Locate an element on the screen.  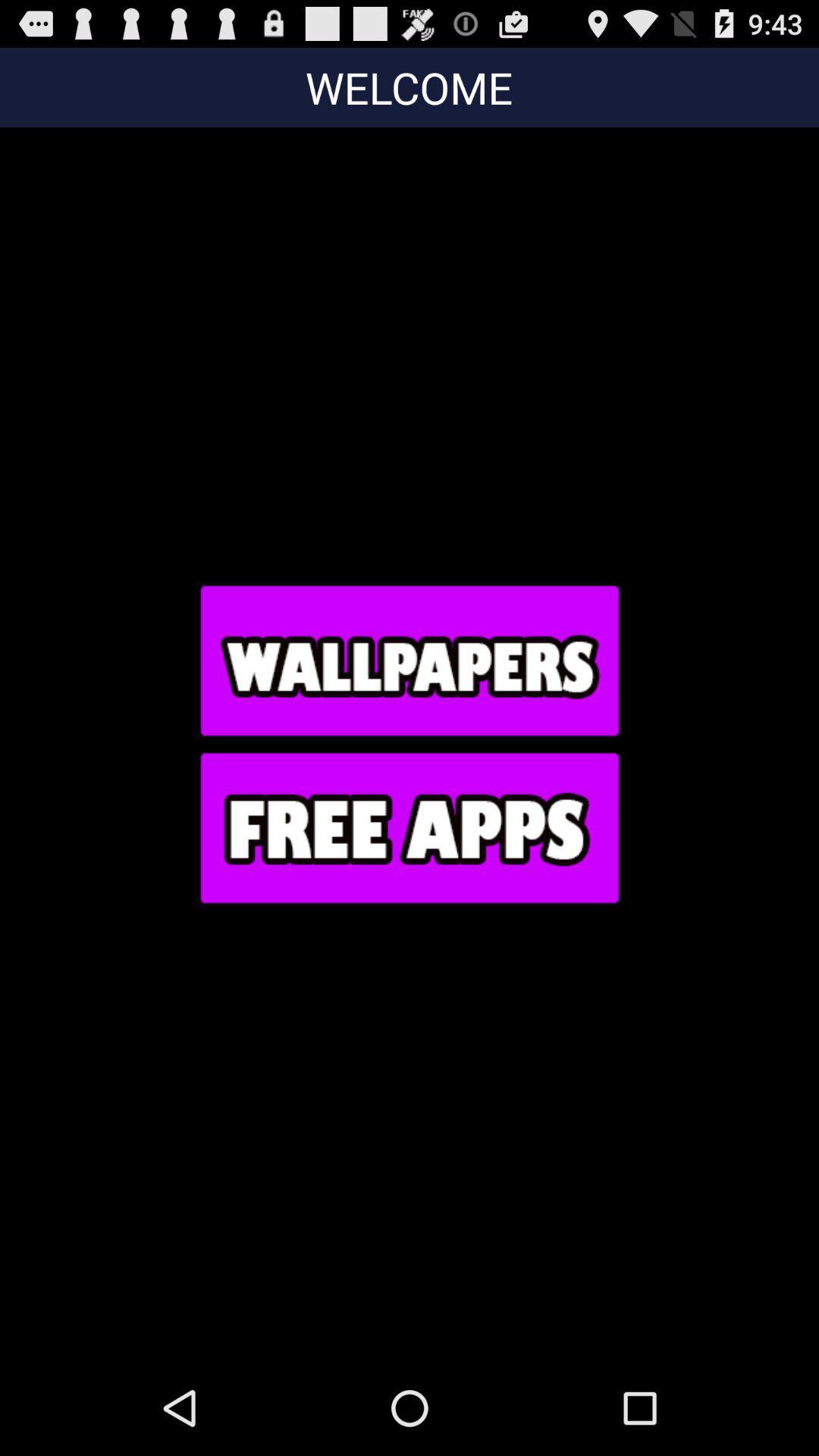
free apps is located at coordinates (408, 827).